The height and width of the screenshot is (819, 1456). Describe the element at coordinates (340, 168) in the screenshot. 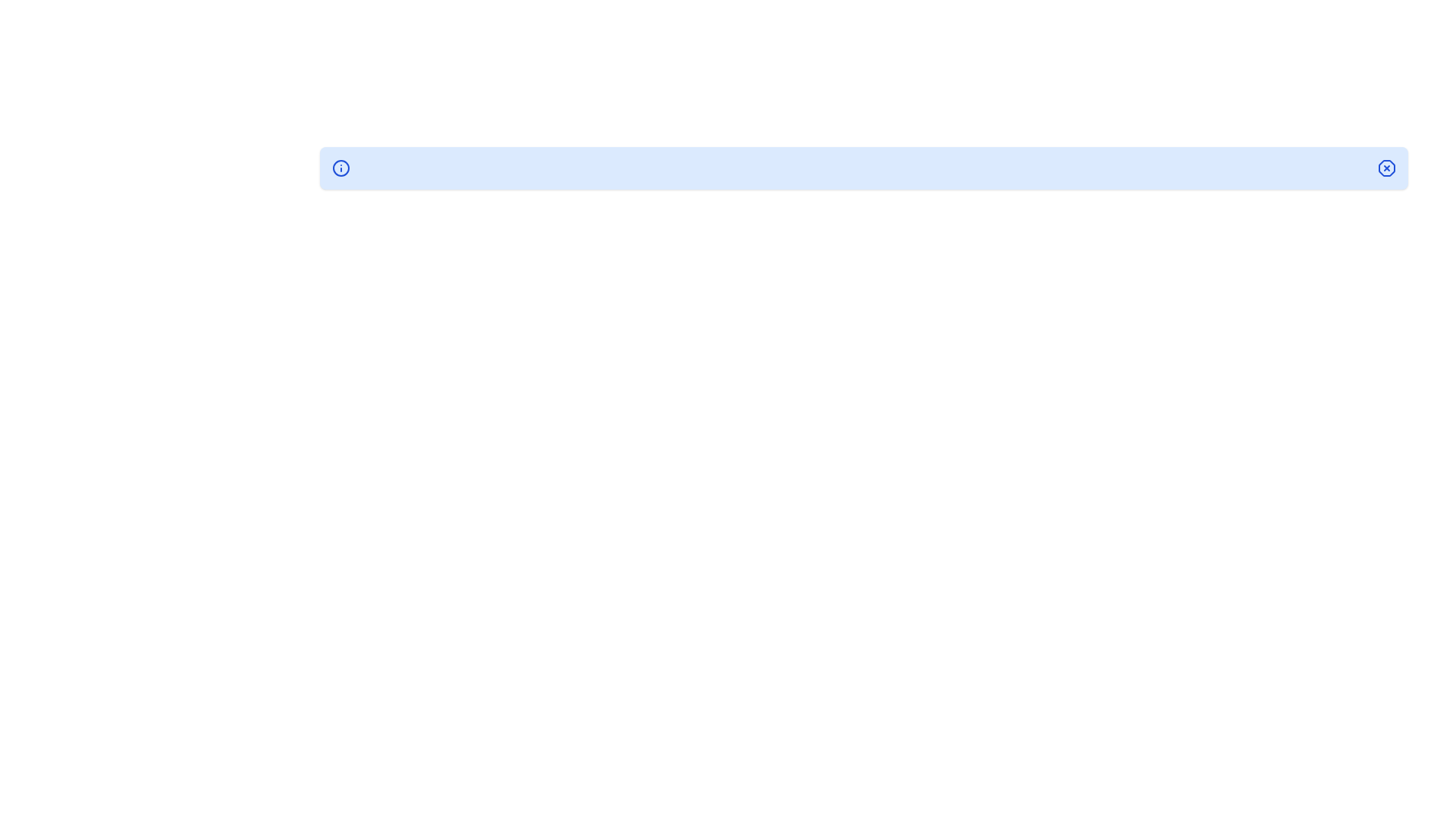

I see `the prominent circular graphical element located at the center of the interactive icon near the right end of the horizontal bar in the upper section of the interface` at that location.